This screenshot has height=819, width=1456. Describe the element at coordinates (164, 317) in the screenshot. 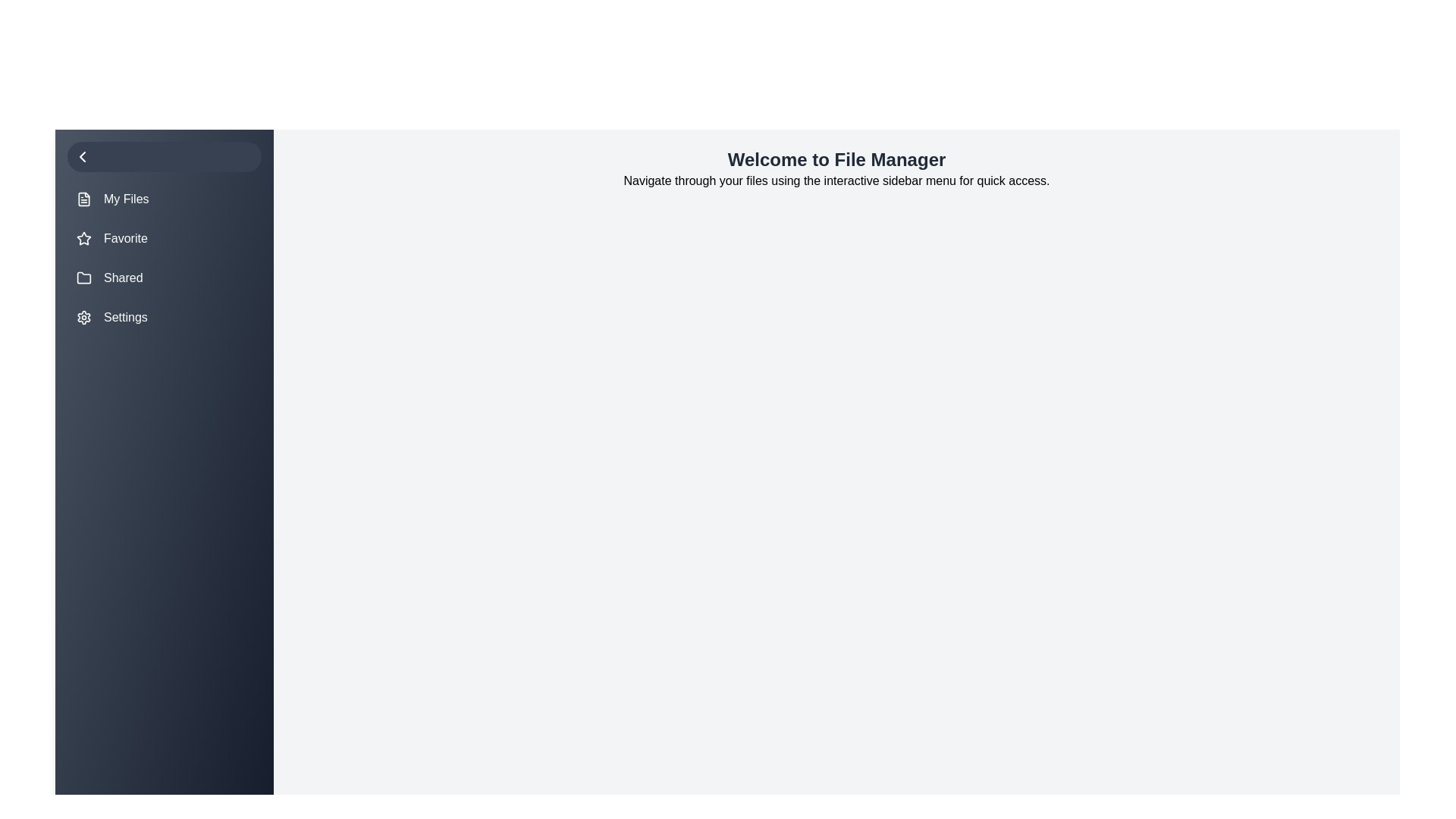

I see `the menu item Settings to highlight it` at that location.